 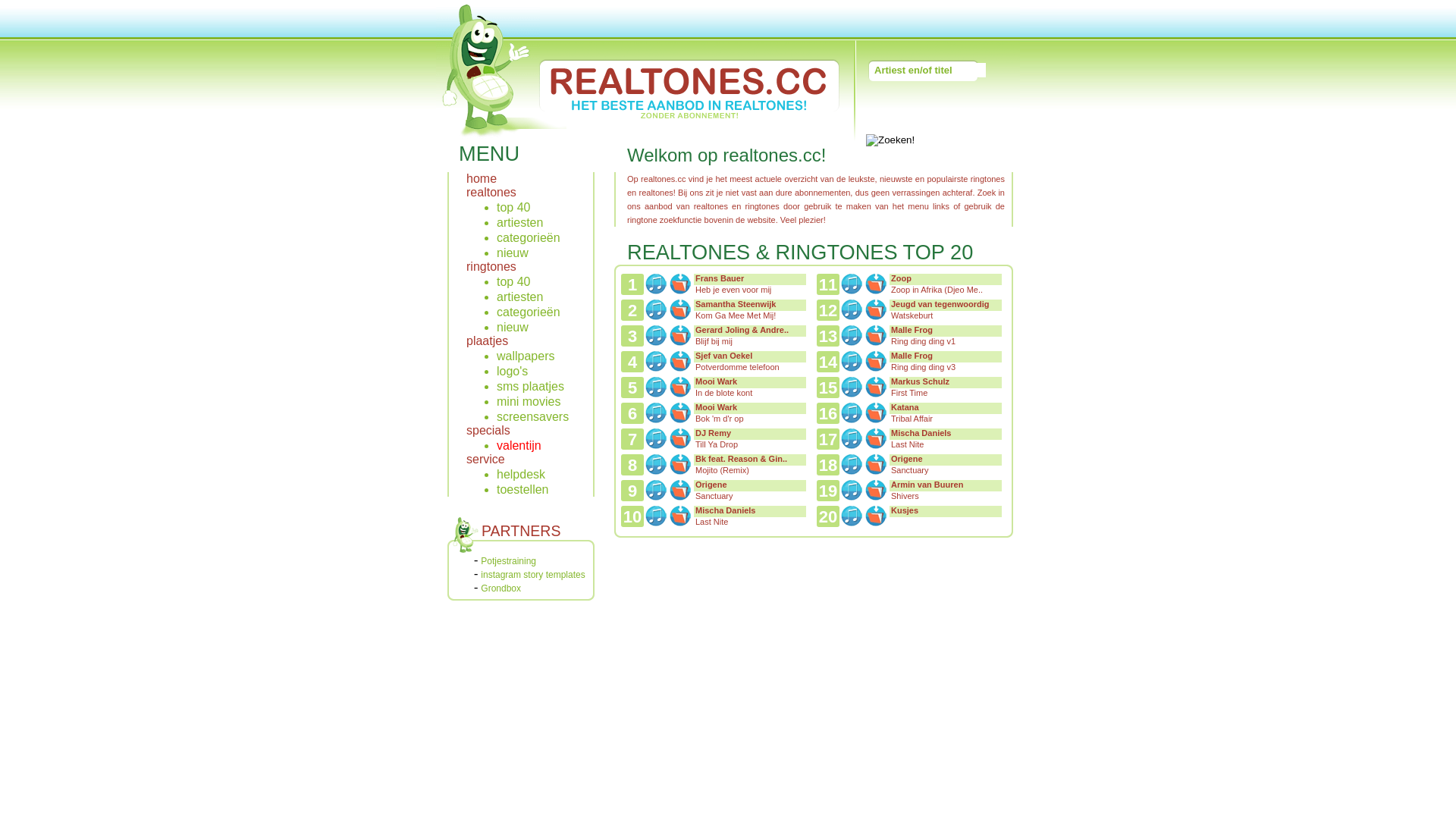 What do you see at coordinates (922, 366) in the screenshot?
I see `'Ring ding ding v3'` at bounding box center [922, 366].